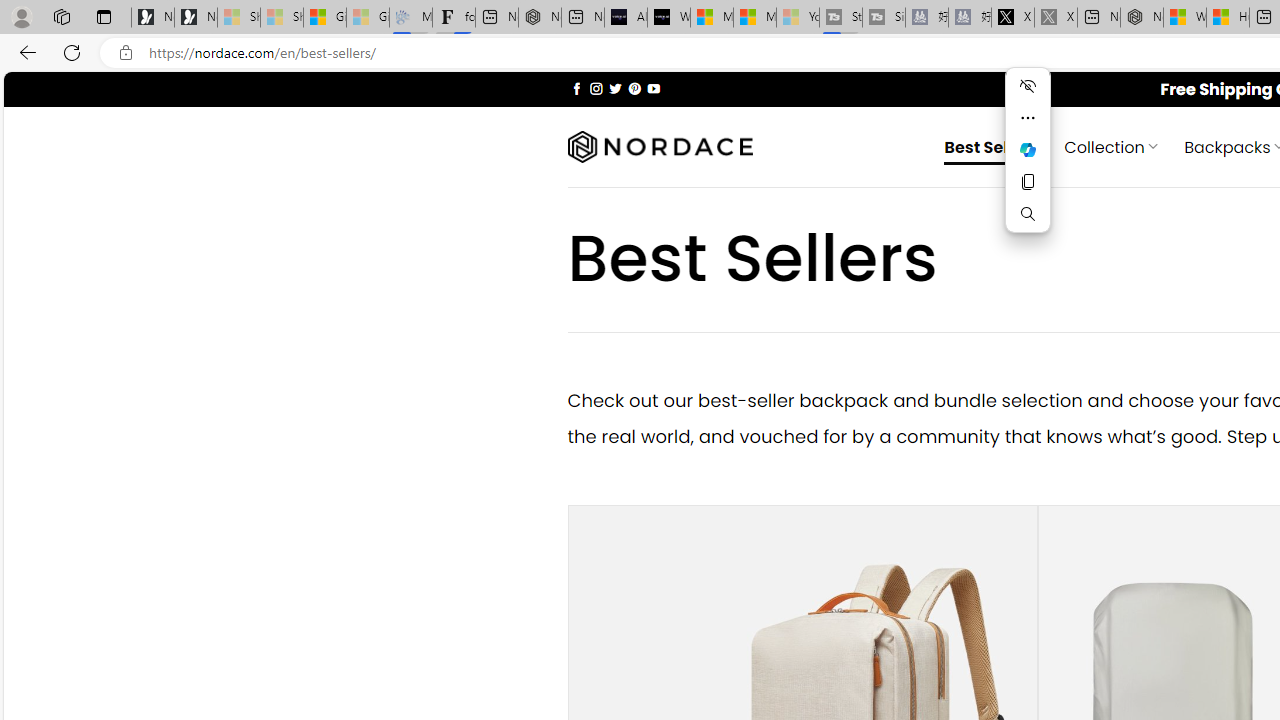 This screenshot has width=1280, height=720. Describe the element at coordinates (712, 17) in the screenshot. I see `'Microsoft Start Sports'` at that location.